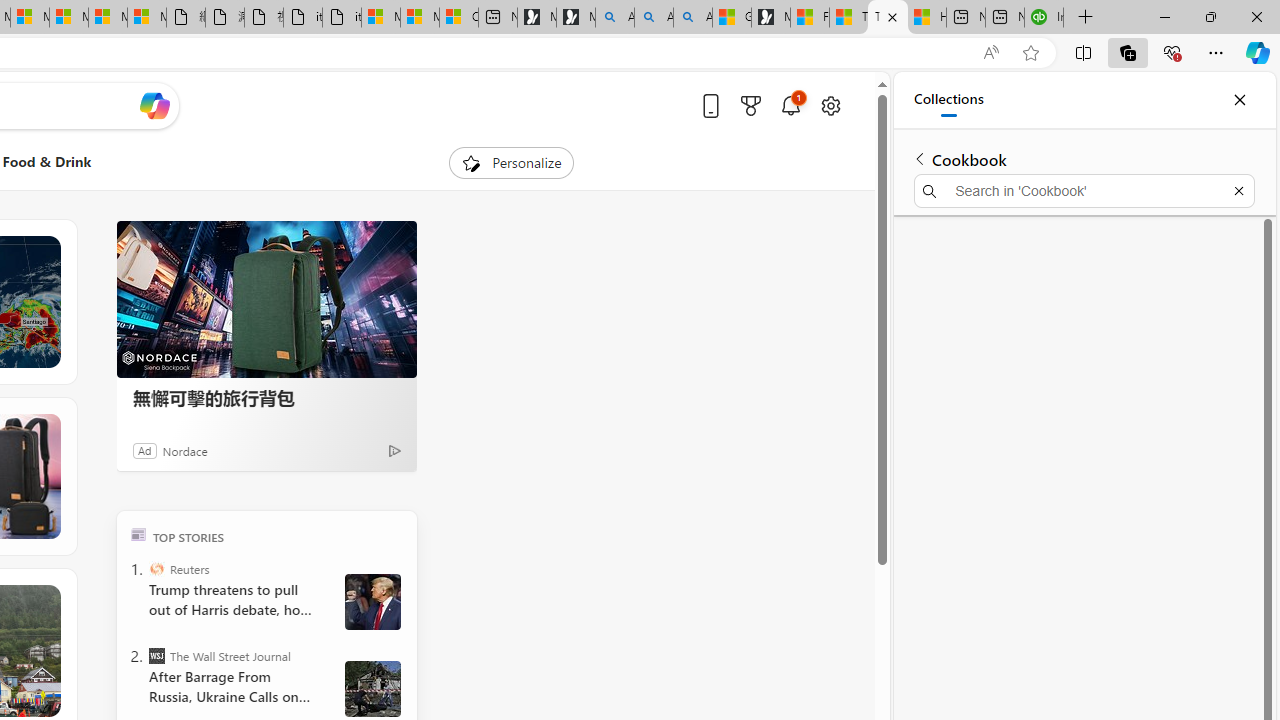 The width and height of the screenshot is (1280, 720). I want to click on 'Exit search', so click(1238, 191).